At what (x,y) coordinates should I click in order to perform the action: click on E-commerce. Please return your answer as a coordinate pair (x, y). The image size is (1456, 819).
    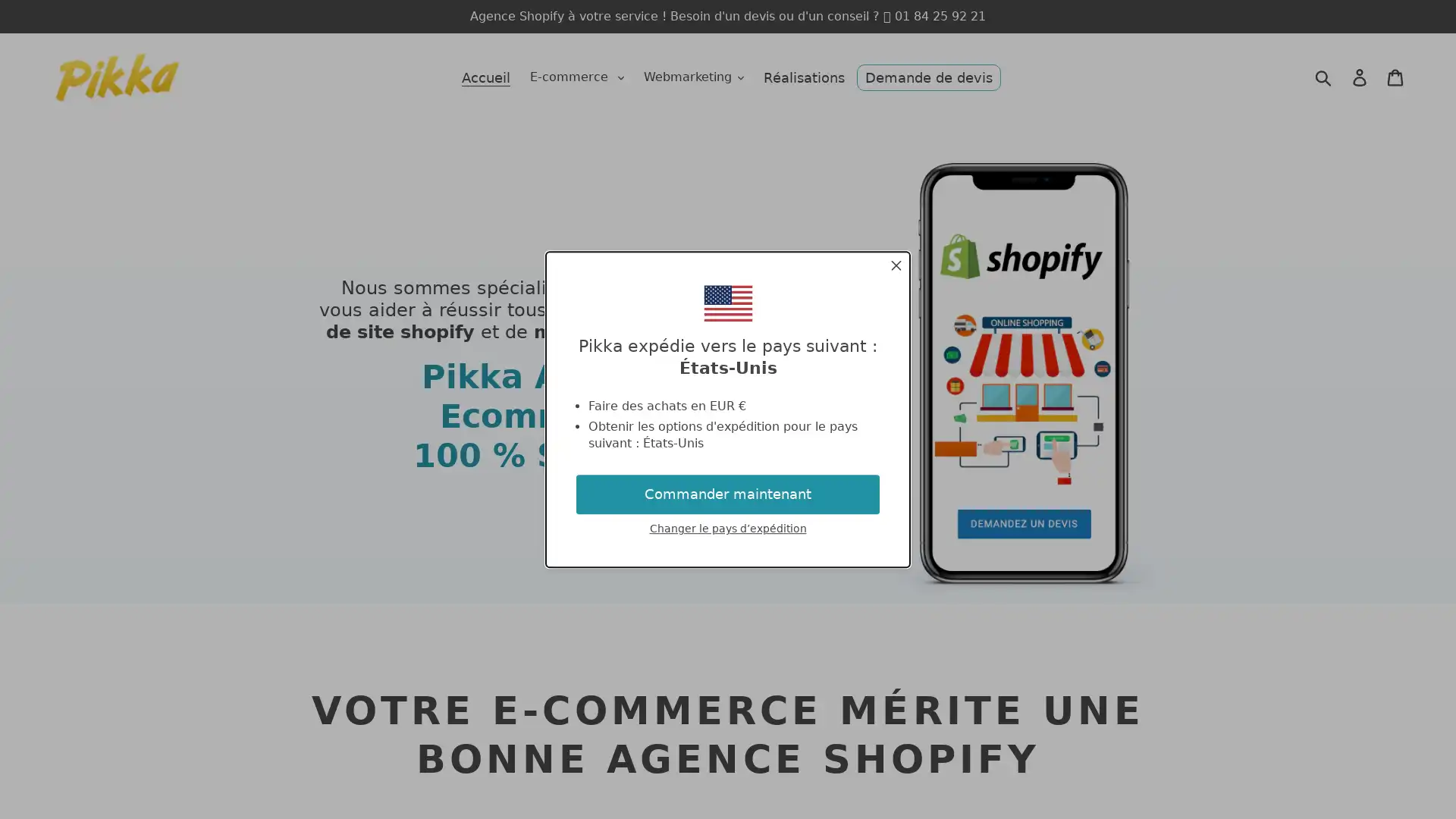
    Looking at the image, I should click on (576, 77).